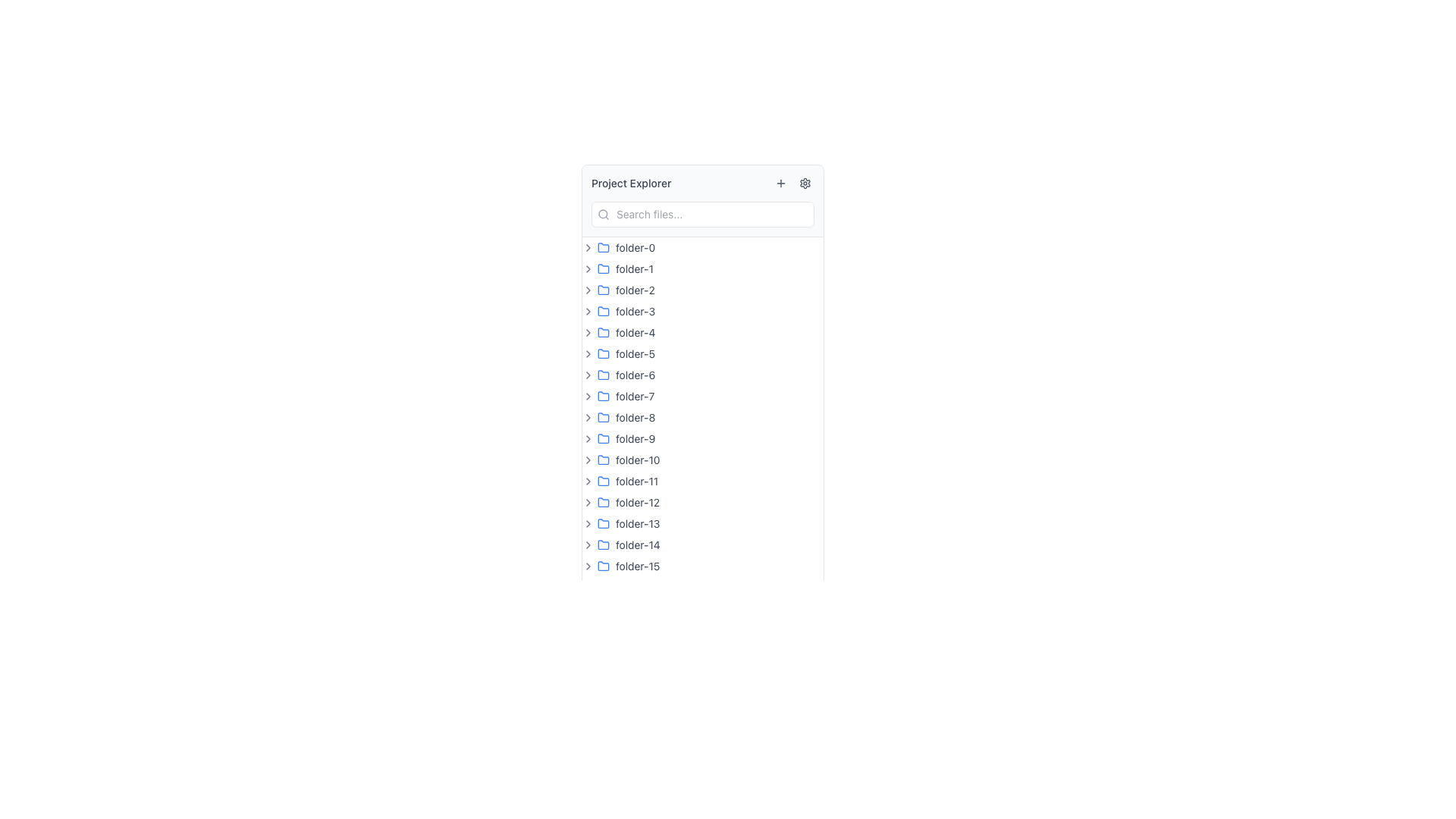 This screenshot has width=1456, height=819. What do you see at coordinates (701, 459) in the screenshot?
I see `on the list item entry for the folder named 'folder-10' in the file explorer` at bounding box center [701, 459].